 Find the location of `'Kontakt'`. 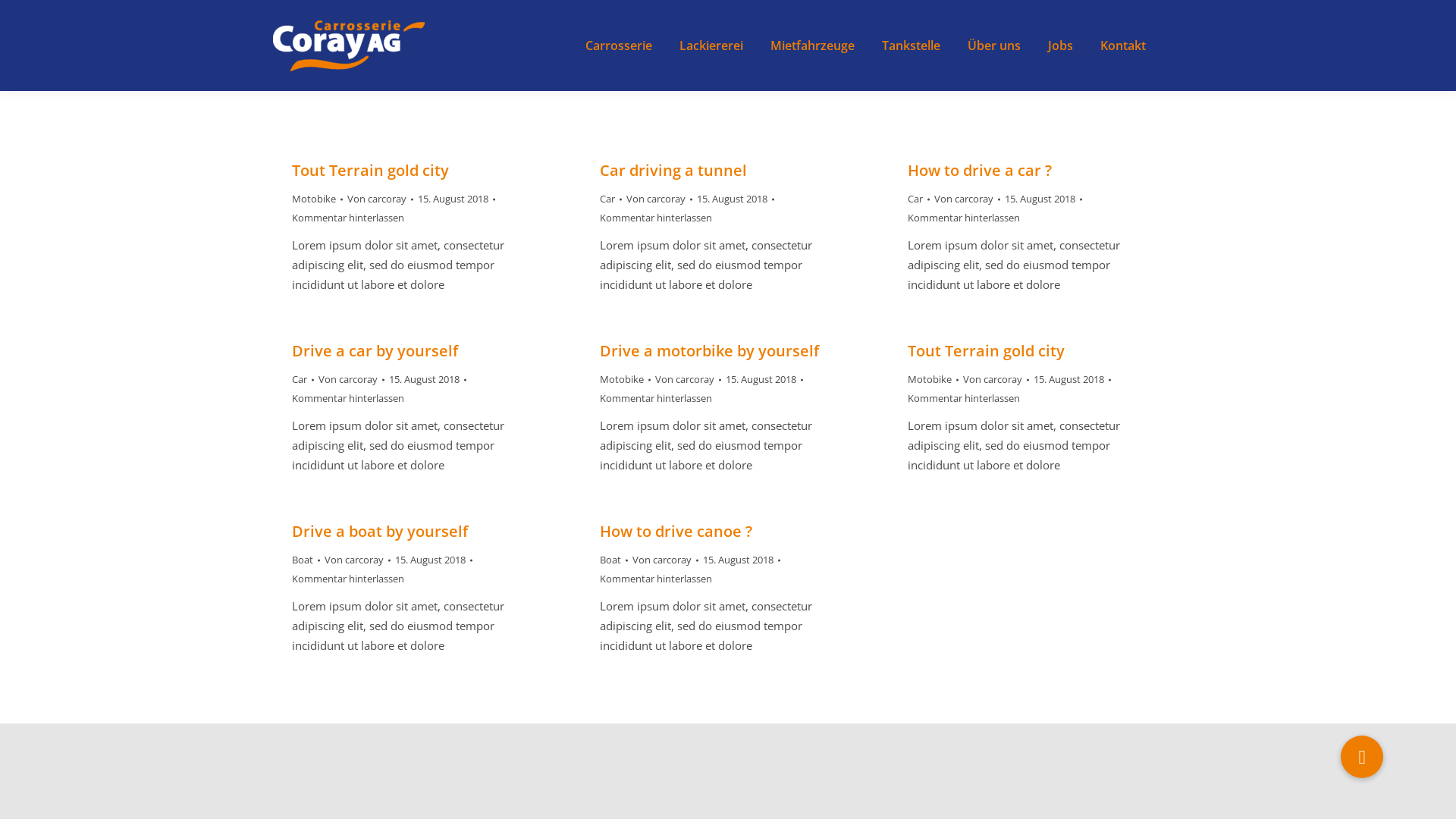

'Kontakt' is located at coordinates (1123, 45).